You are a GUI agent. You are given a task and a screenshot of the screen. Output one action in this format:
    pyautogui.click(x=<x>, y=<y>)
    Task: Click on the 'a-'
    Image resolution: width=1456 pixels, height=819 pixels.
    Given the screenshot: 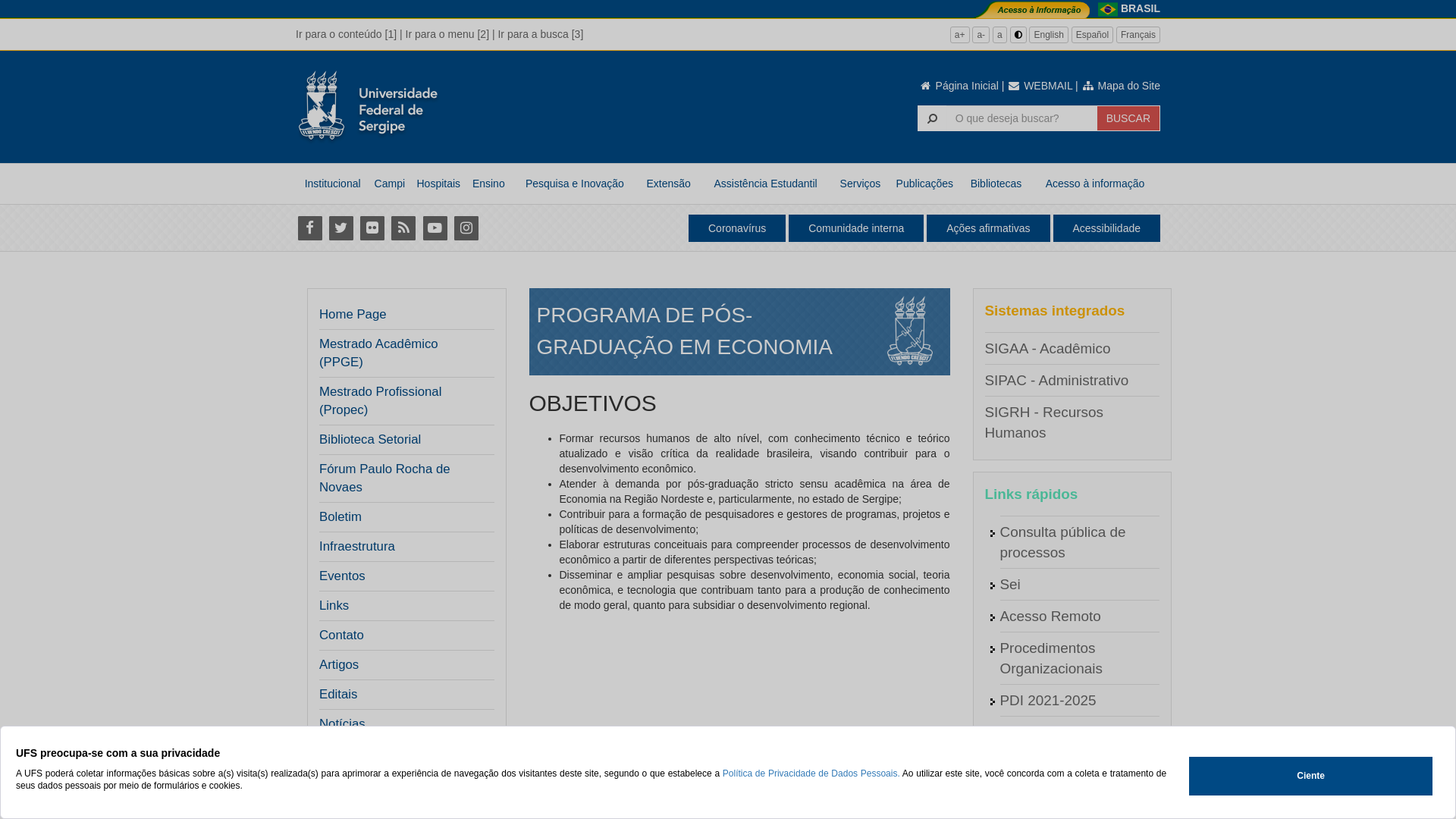 What is the action you would take?
    pyautogui.click(x=981, y=34)
    